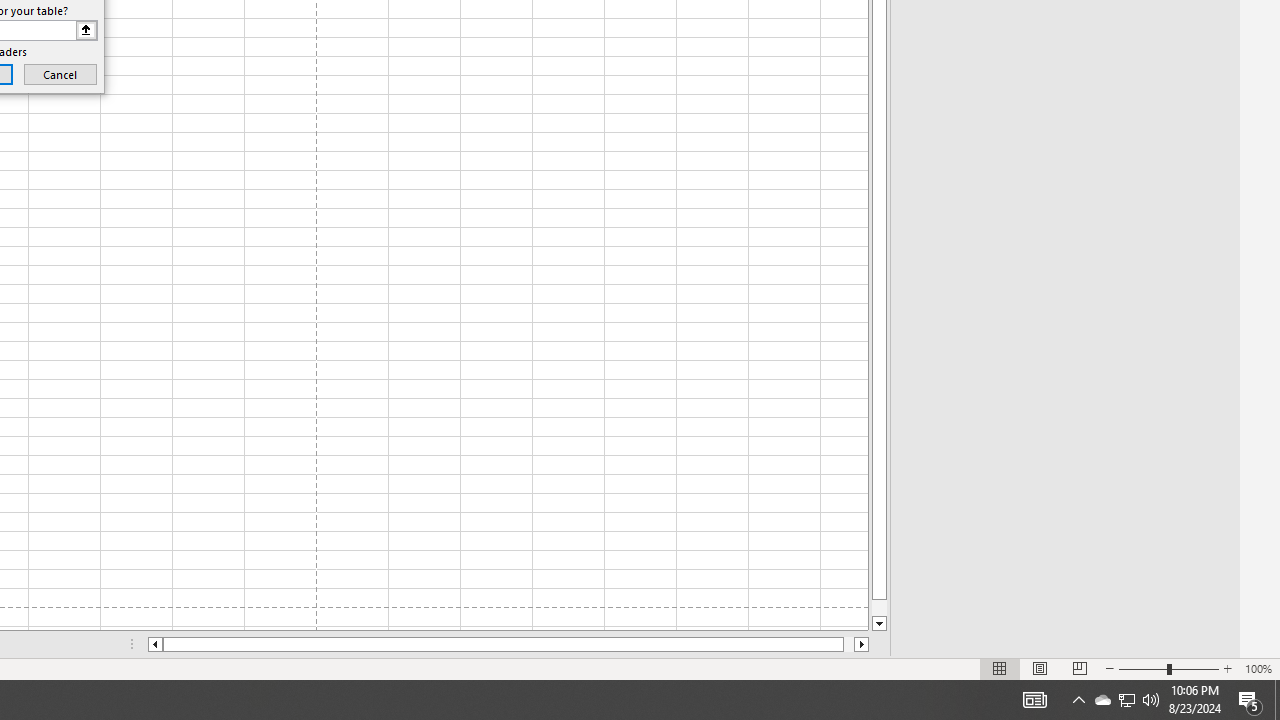  What do you see at coordinates (1143, 669) in the screenshot?
I see `'Zoom Out'` at bounding box center [1143, 669].